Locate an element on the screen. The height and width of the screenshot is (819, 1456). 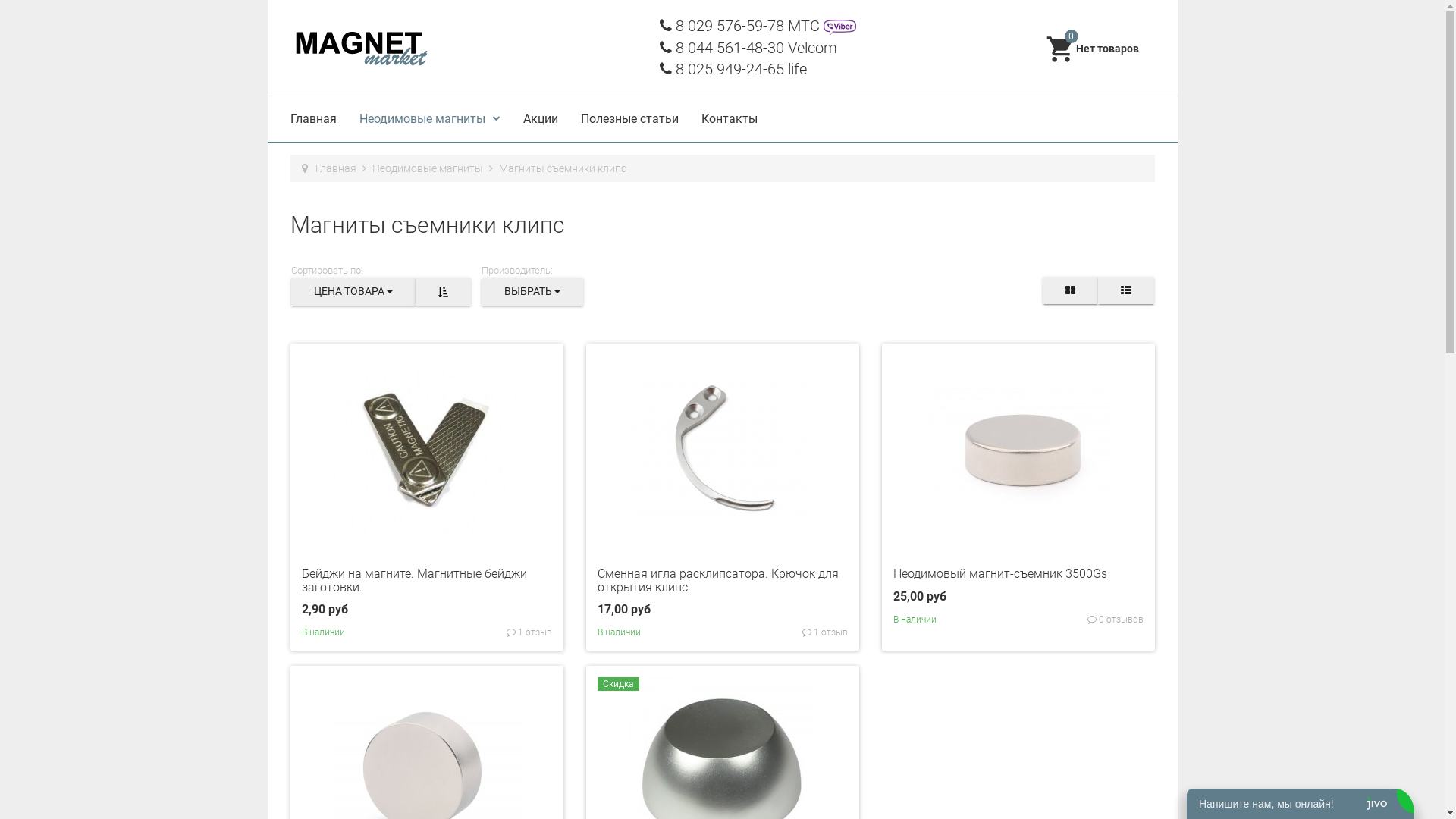
'MagnetMarket' is located at coordinates (360, 46).